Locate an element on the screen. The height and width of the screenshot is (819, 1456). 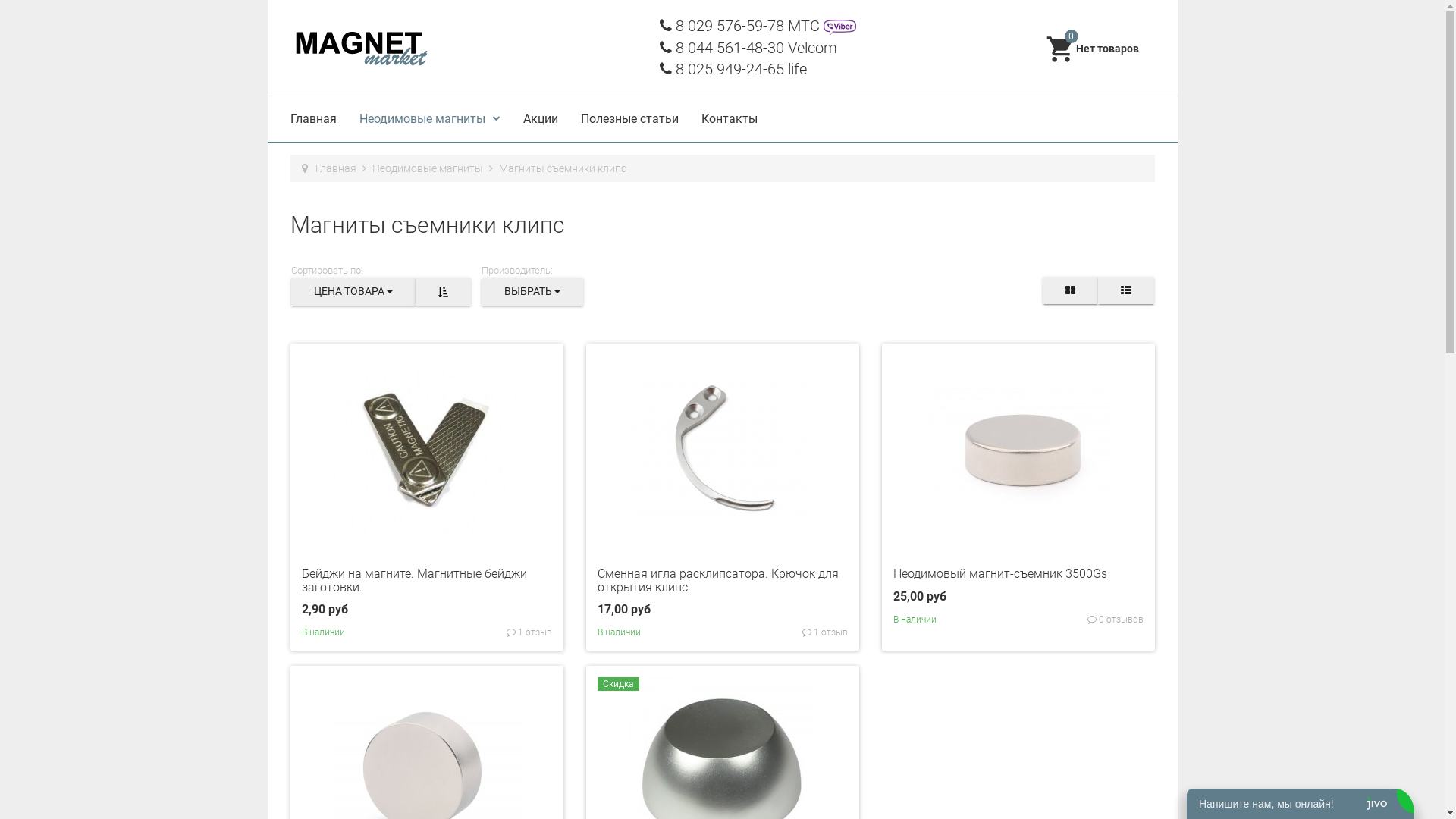
'MagnetMarket' is located at coordinates (360, 46).